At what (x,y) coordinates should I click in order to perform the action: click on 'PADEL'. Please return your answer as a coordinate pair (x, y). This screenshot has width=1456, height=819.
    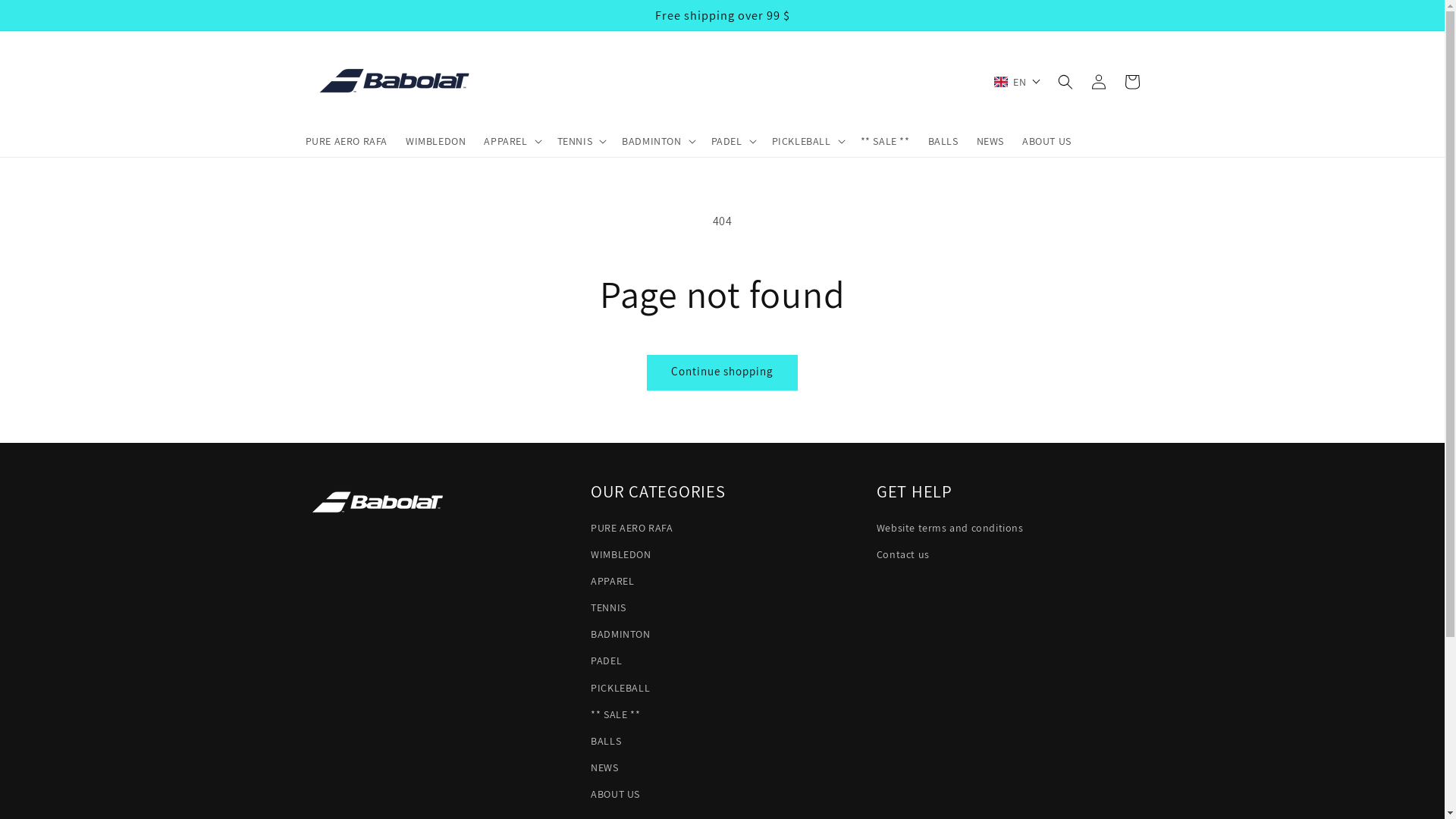
    Looking at the image, I should click on (605, 660).